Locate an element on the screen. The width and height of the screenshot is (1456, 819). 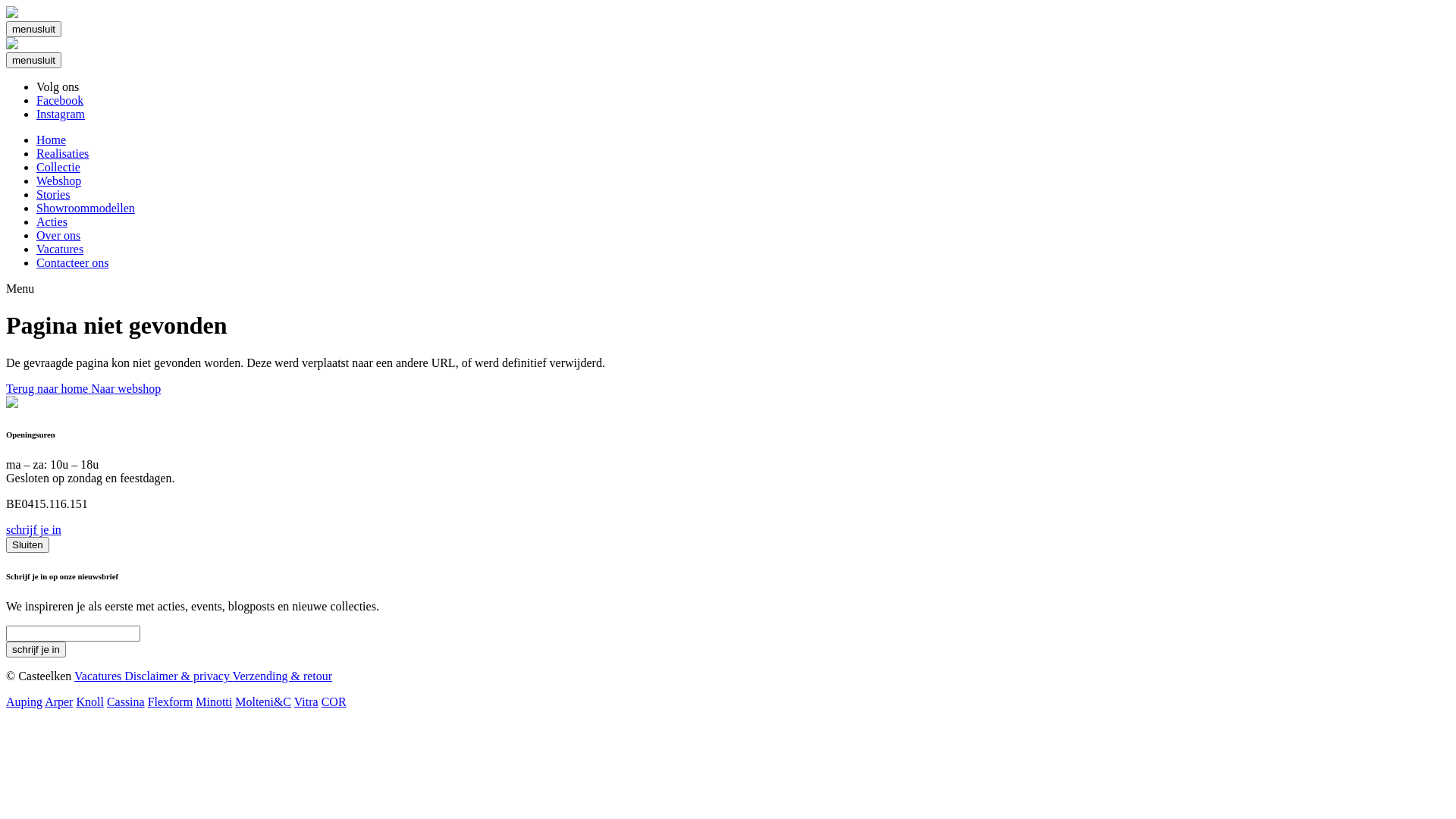
'COR' is located at coordinates (320, 701).